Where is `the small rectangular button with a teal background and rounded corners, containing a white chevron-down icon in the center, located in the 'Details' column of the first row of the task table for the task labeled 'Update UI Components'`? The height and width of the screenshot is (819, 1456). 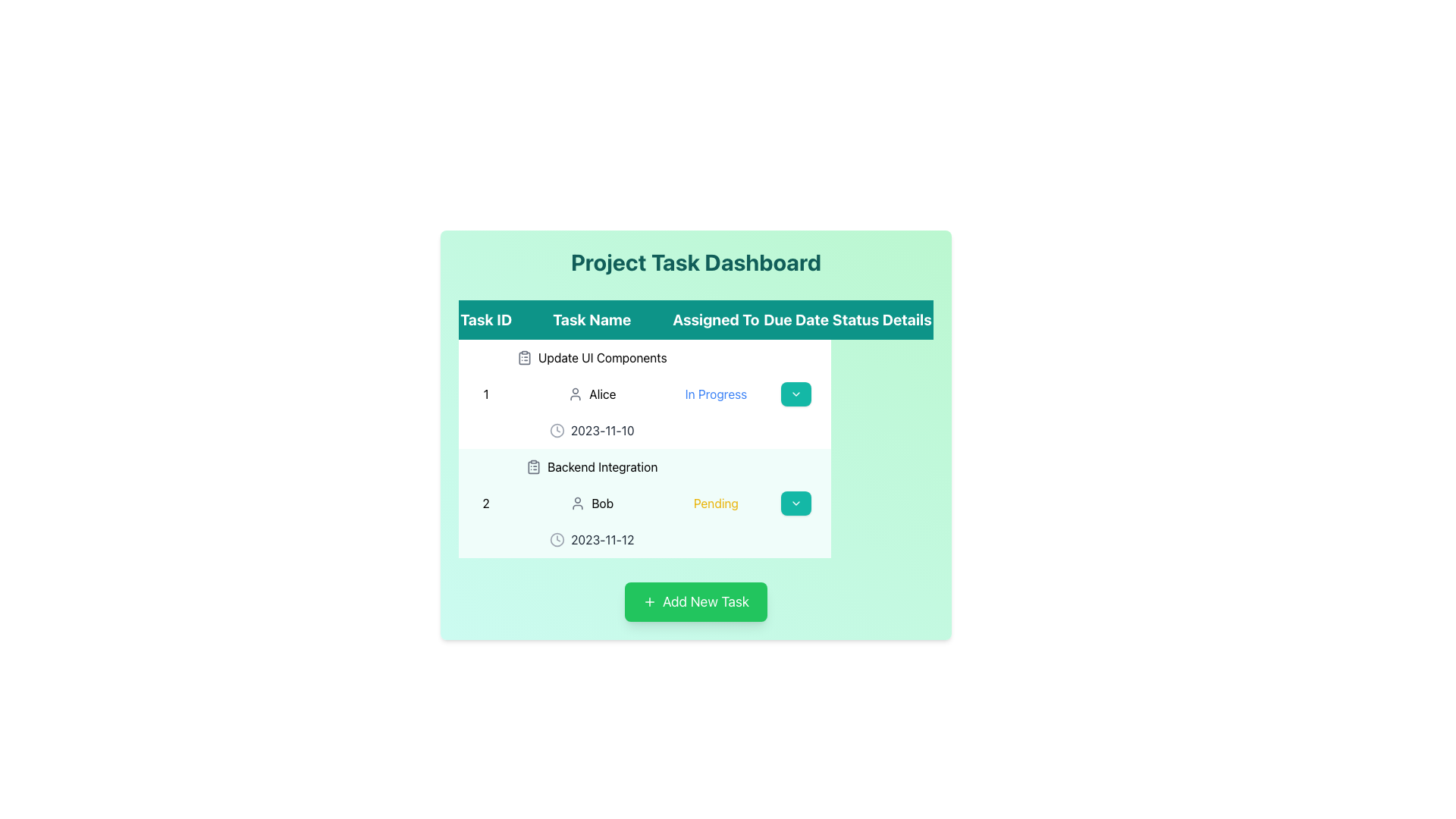
the small rectangular button with a teal background and rounded corners, containing a white chevron-down icon in the center, located in the 'Details' column of the first row of the task table for the task labeled 'Update UI Components' is located at coordinates (795, 394).